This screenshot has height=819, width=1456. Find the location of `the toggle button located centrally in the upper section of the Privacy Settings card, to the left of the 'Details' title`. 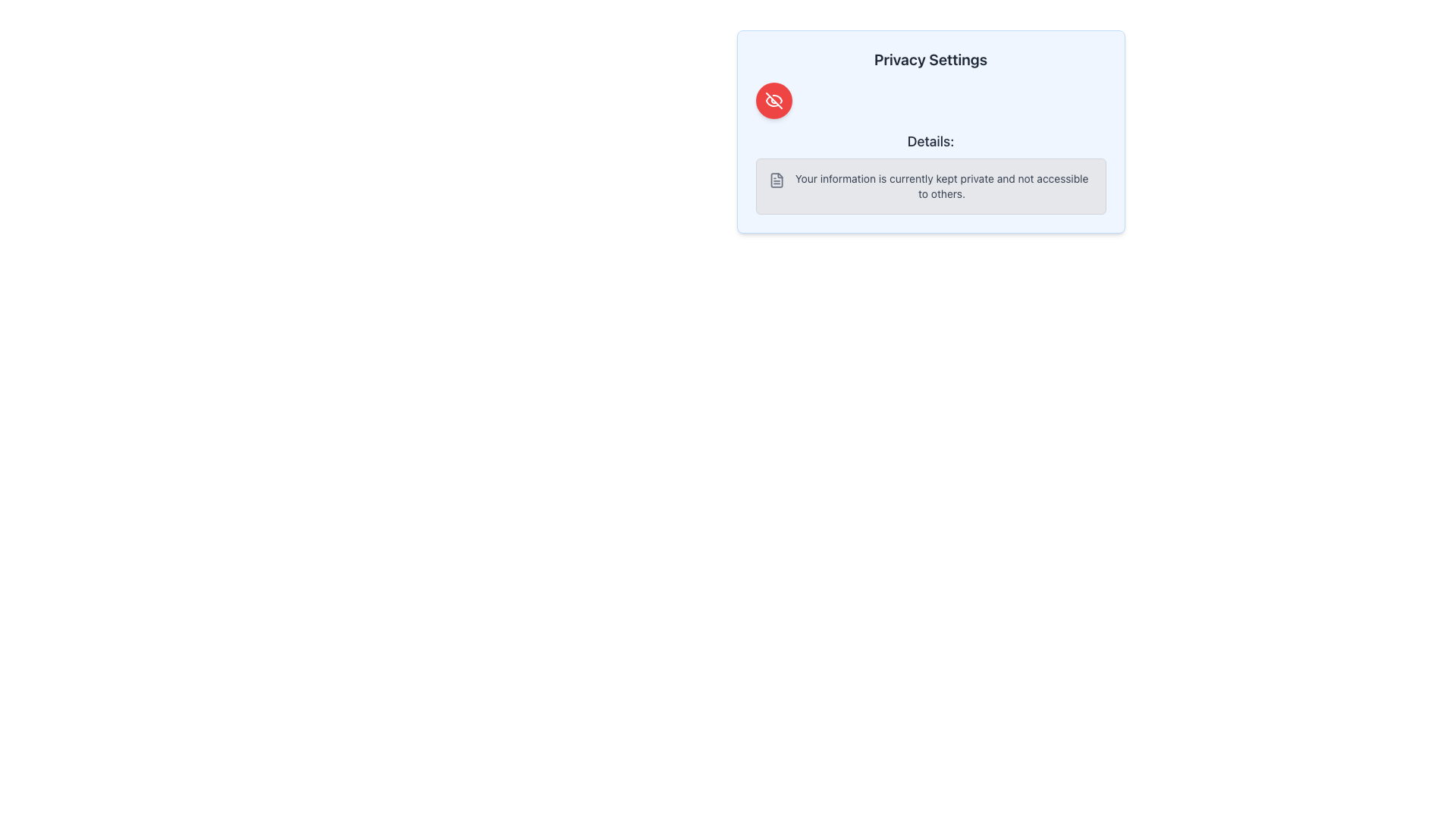

the toggle button located centrally in the upper section of the Privacy Settings card, to the left of the 'Details' title is located at coordinates (773, 100).